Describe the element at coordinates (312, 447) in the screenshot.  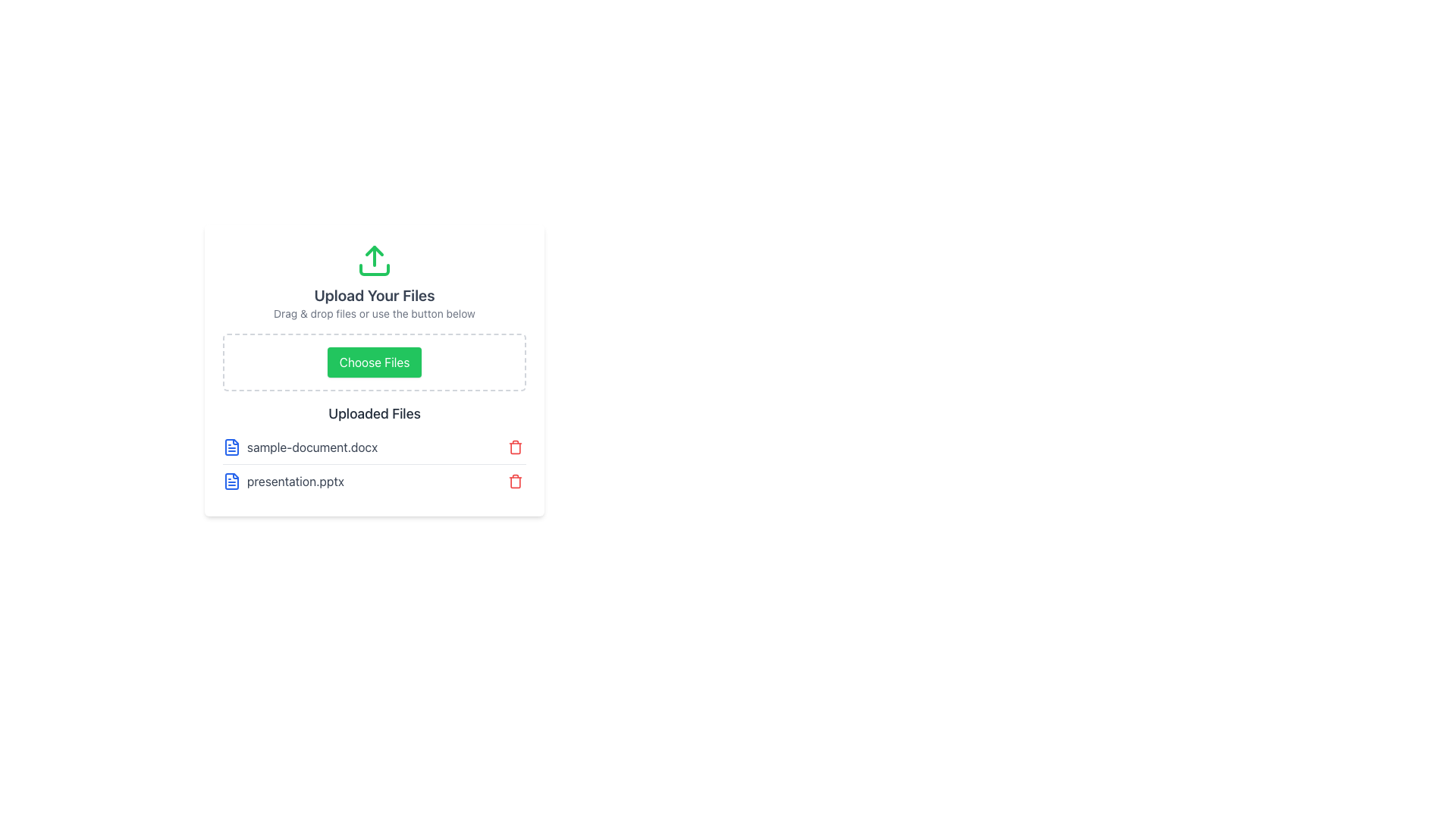
I see `the label representing the name of the uploaded file in the 'Uploaded Files' section, located between the blue file icon and the red trash bin icon` at that location.